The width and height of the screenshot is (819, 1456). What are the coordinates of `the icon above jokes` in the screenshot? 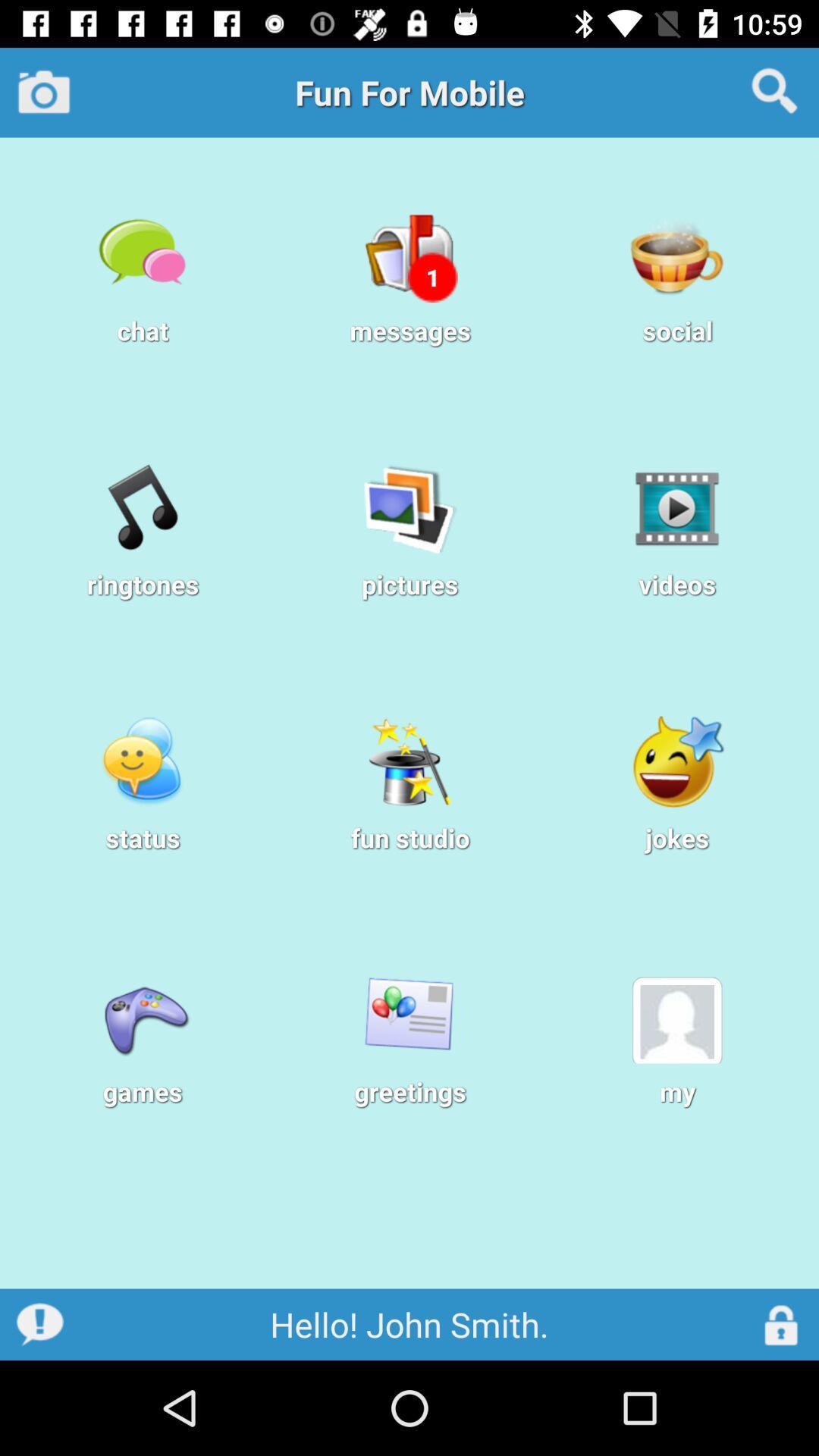 It's located at (676, 761).